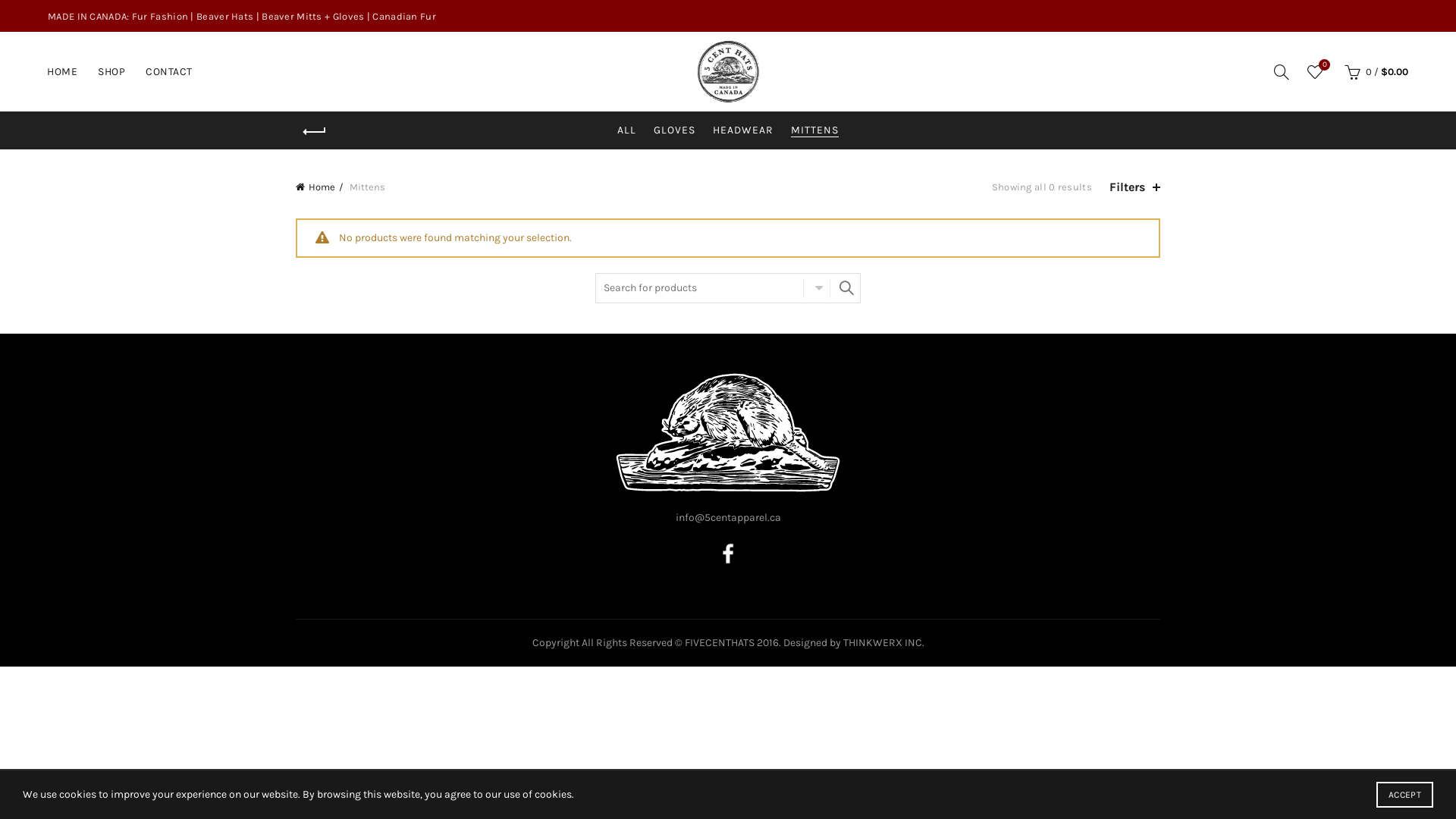 This screenshot has height=819, width=1456. Describe the element at coordinates (1313, 72) in the screenshot. I see `'Wishlist` at that location.